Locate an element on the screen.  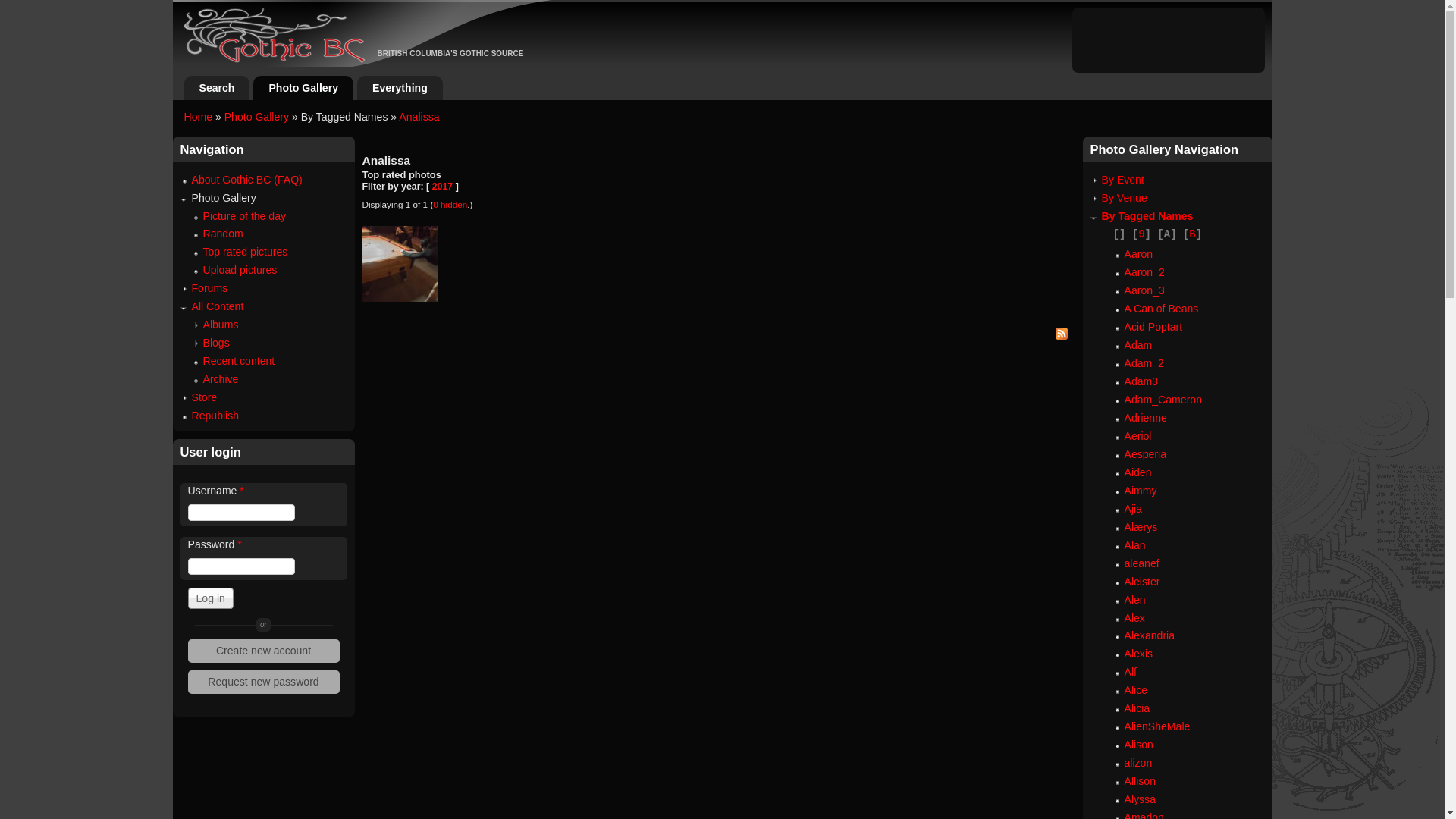
'Aaron' is located at coordinates (1124, 253).